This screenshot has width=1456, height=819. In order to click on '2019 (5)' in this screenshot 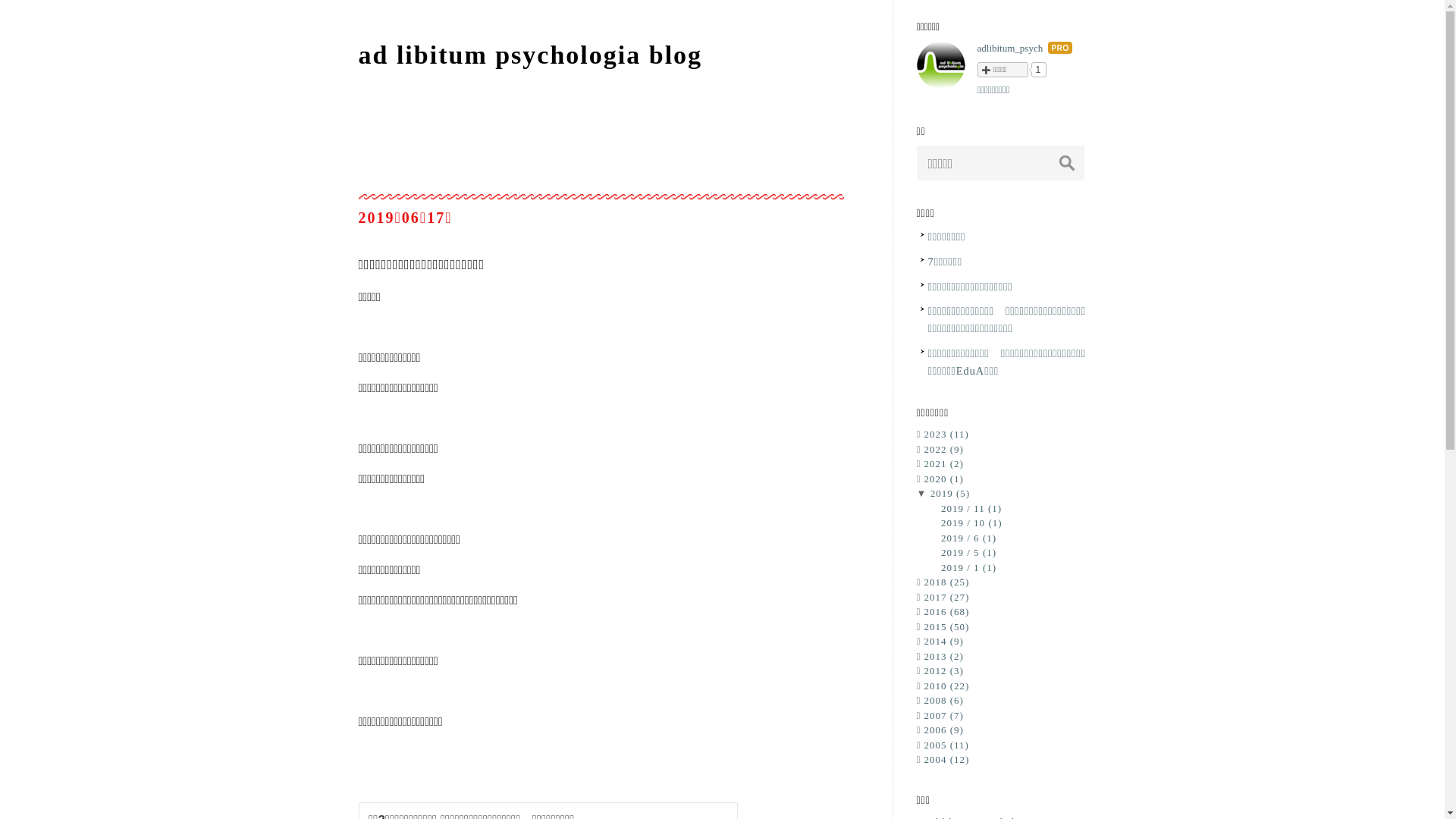, I will do `click(949, 493)`.